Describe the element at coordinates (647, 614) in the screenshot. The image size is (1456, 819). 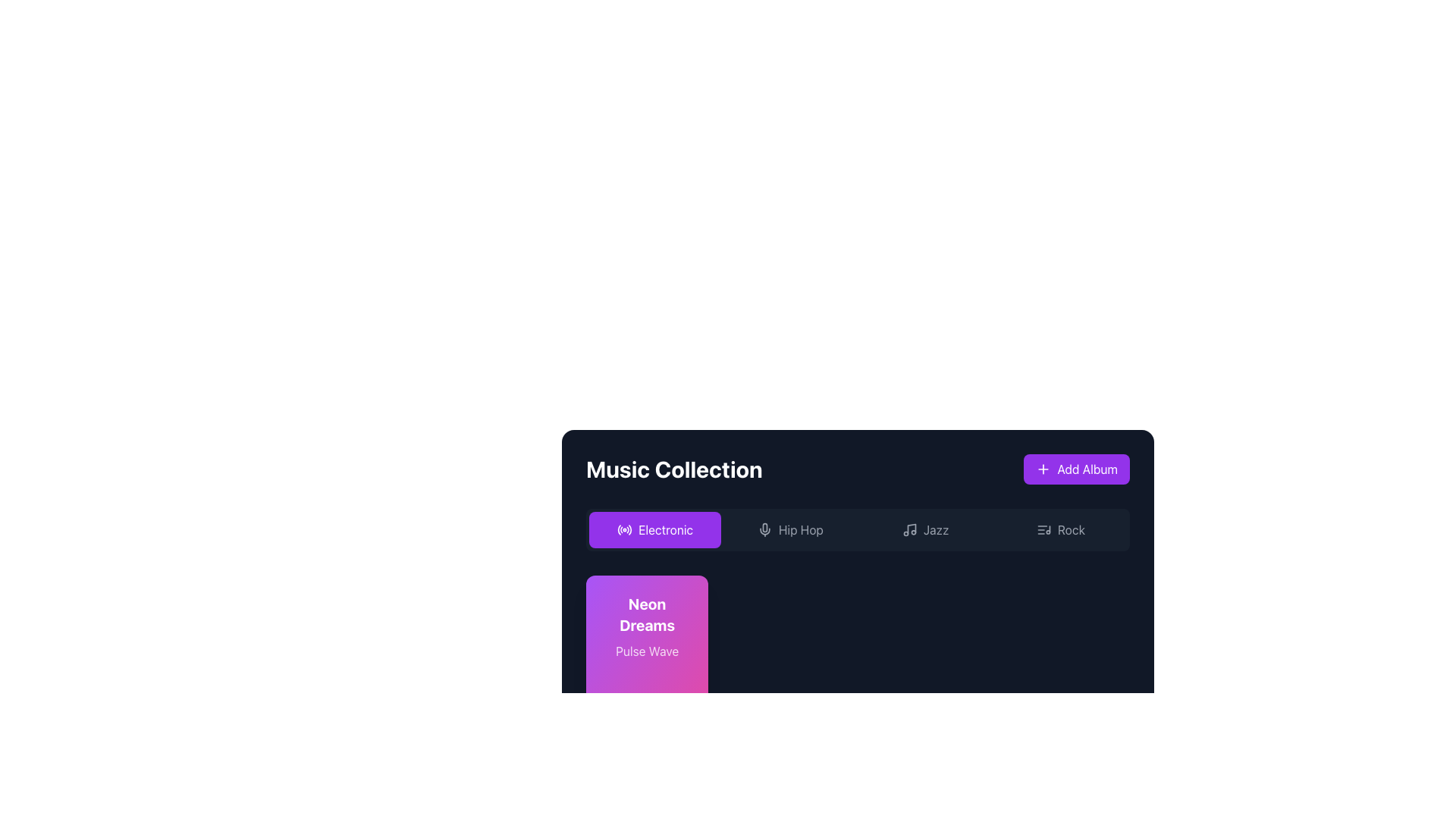
I see `the text label displaying the title of an item in the Music Collection section, which is positioned above 'Pulse Wave' and has a gradient background` at that location.